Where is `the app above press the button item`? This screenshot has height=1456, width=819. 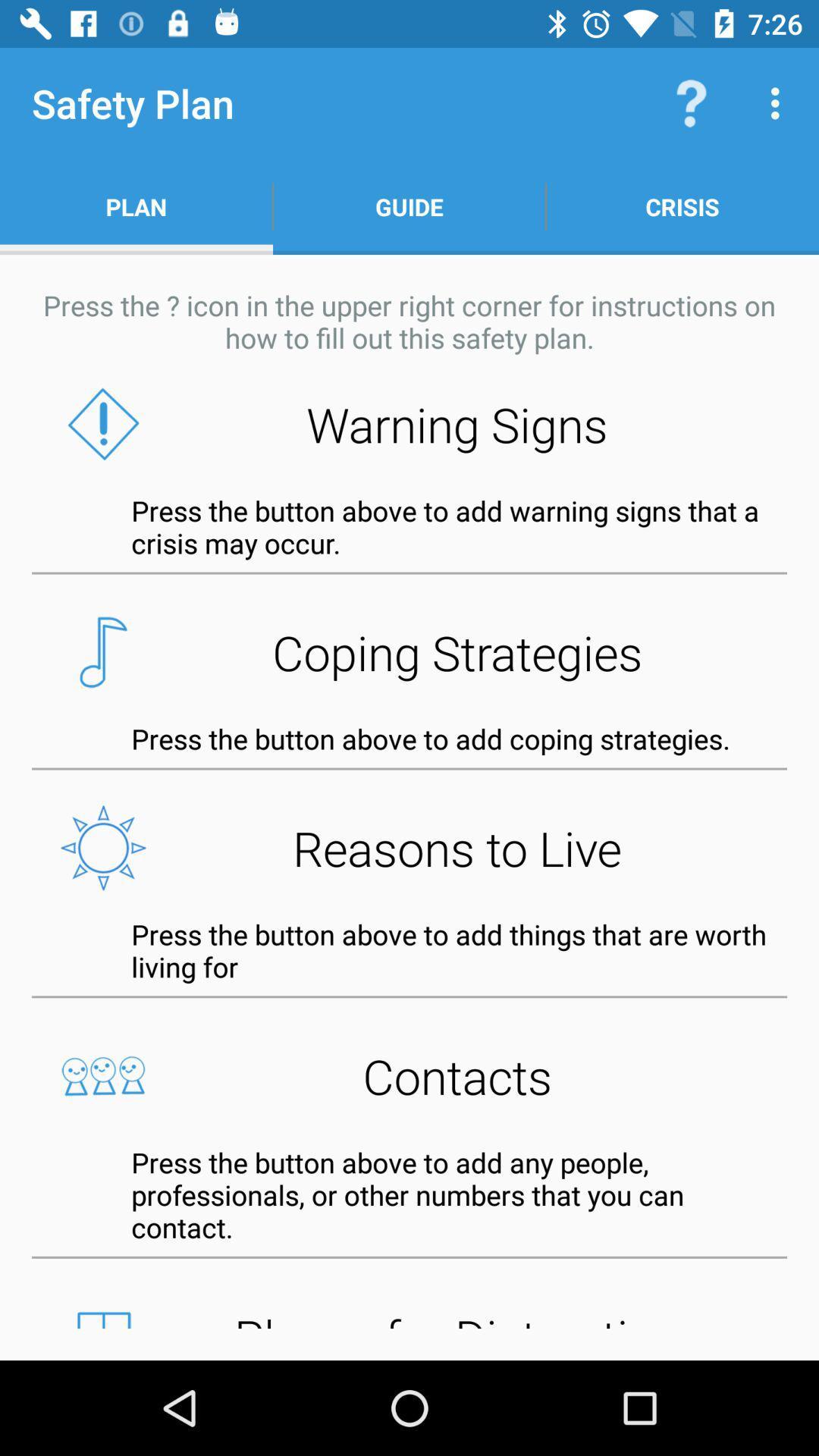 the app above press the button item is located at coordinates (409, 847).